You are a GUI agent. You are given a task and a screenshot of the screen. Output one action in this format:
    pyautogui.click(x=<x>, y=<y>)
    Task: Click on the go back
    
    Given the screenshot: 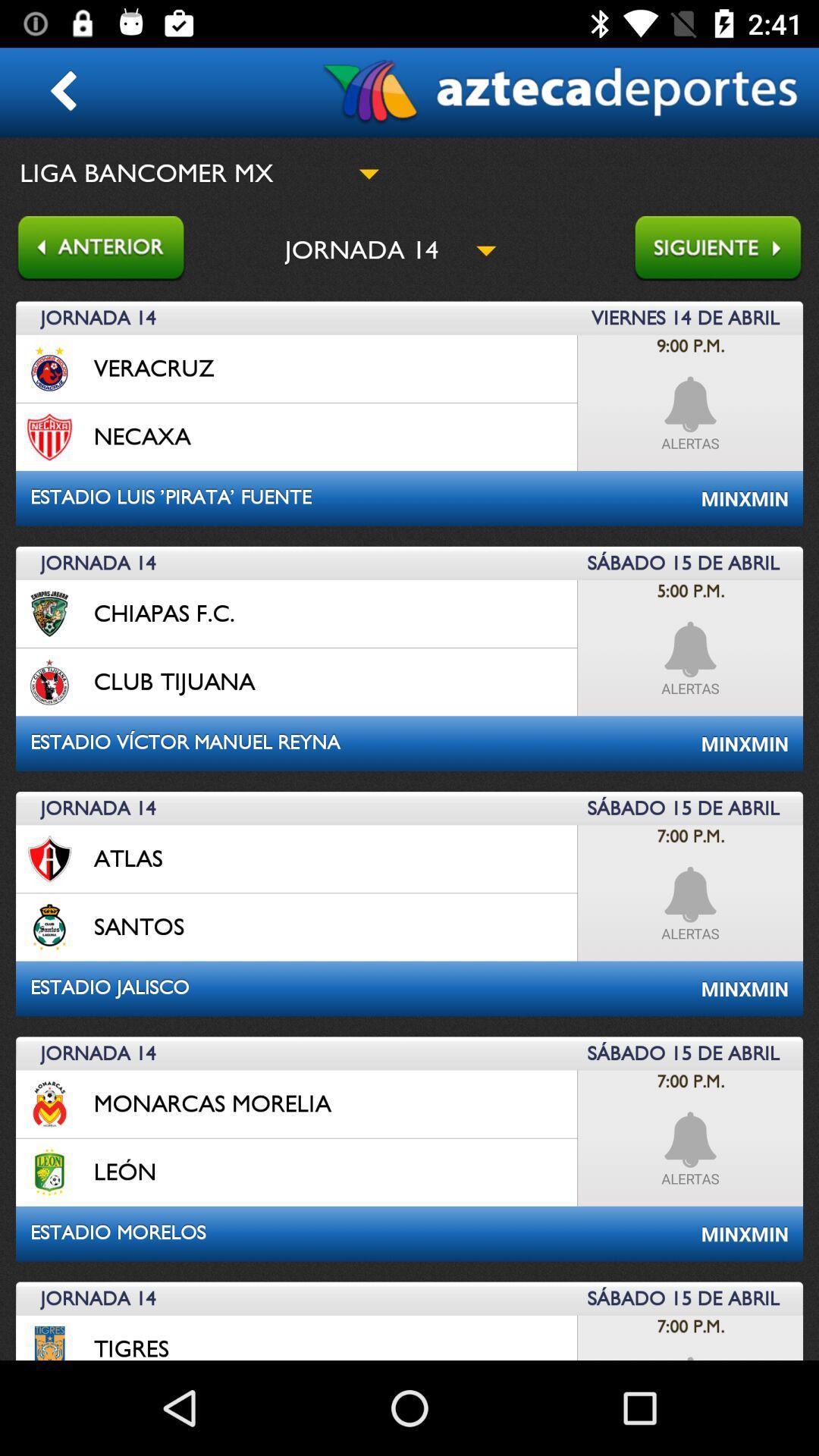 What is the action you would take?
    pyautogui.click(x=93, y=249)
    